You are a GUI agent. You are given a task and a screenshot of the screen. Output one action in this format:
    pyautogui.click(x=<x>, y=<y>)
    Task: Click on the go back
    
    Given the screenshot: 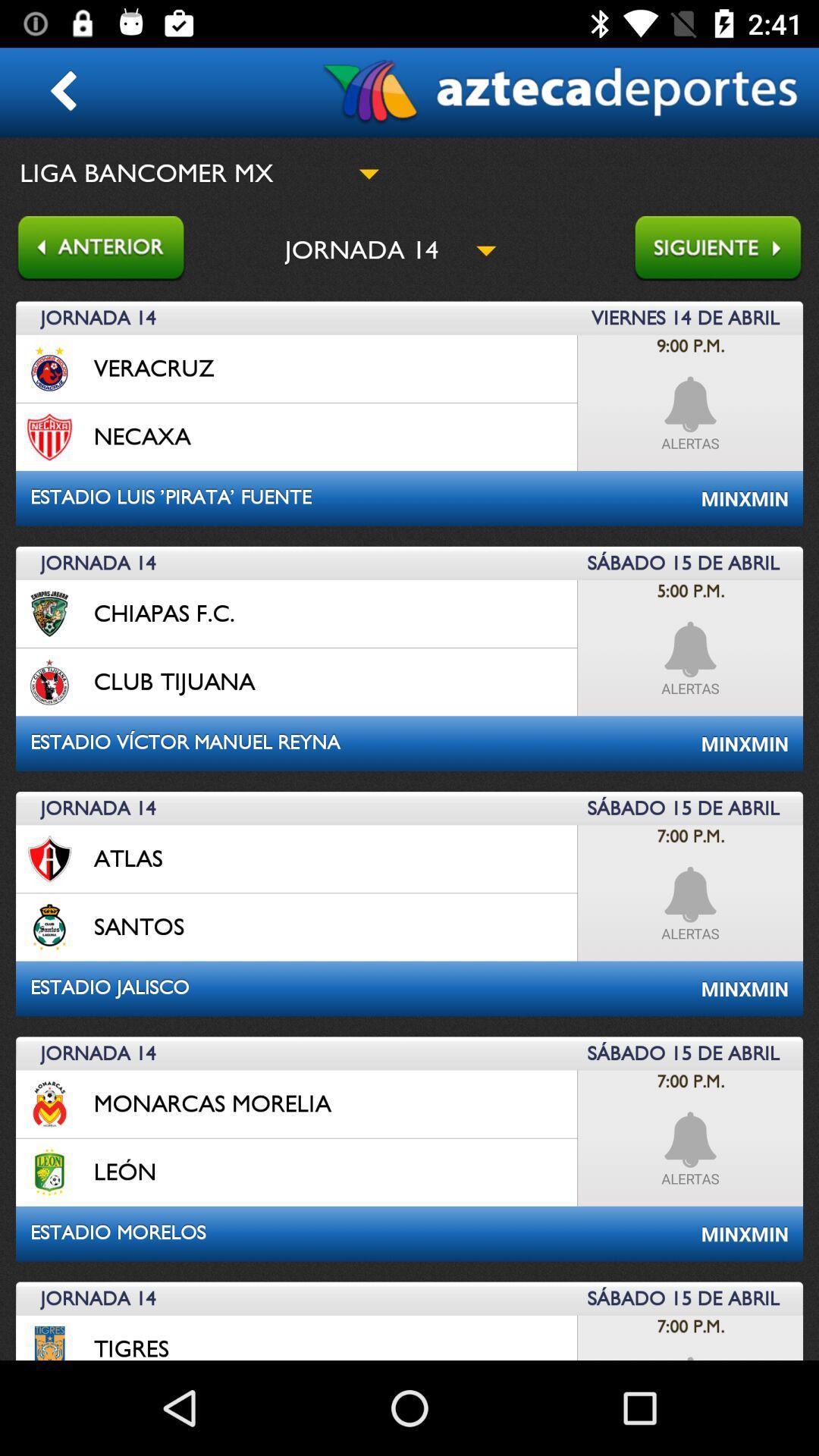 What is the action you would take?
    pyautogui.click(x=93, y=249)
    